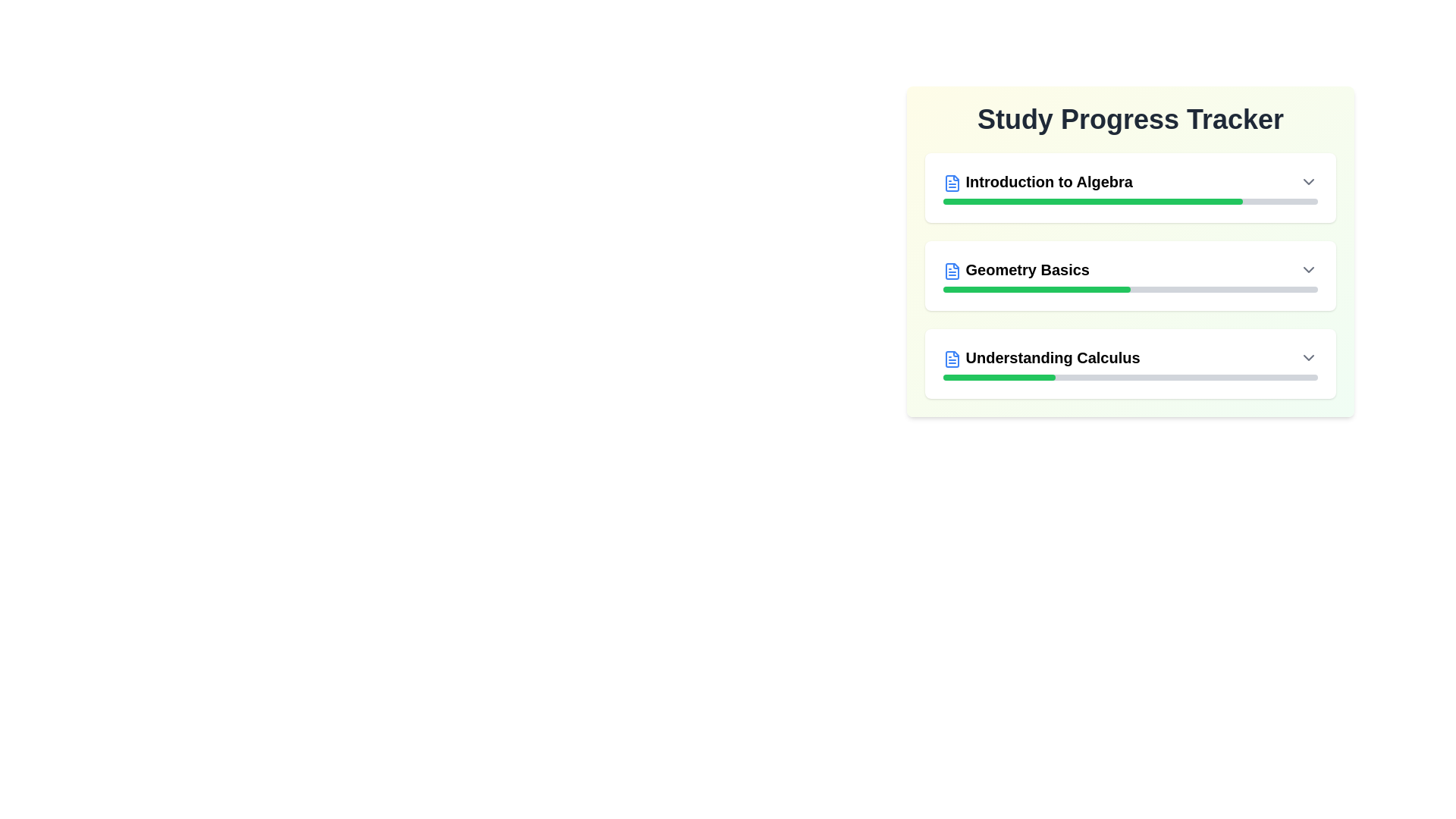  I want to click on the heading of the progress tracker panel titled 'Understanding Calculus' for navigation or details, so click(1131, 363).